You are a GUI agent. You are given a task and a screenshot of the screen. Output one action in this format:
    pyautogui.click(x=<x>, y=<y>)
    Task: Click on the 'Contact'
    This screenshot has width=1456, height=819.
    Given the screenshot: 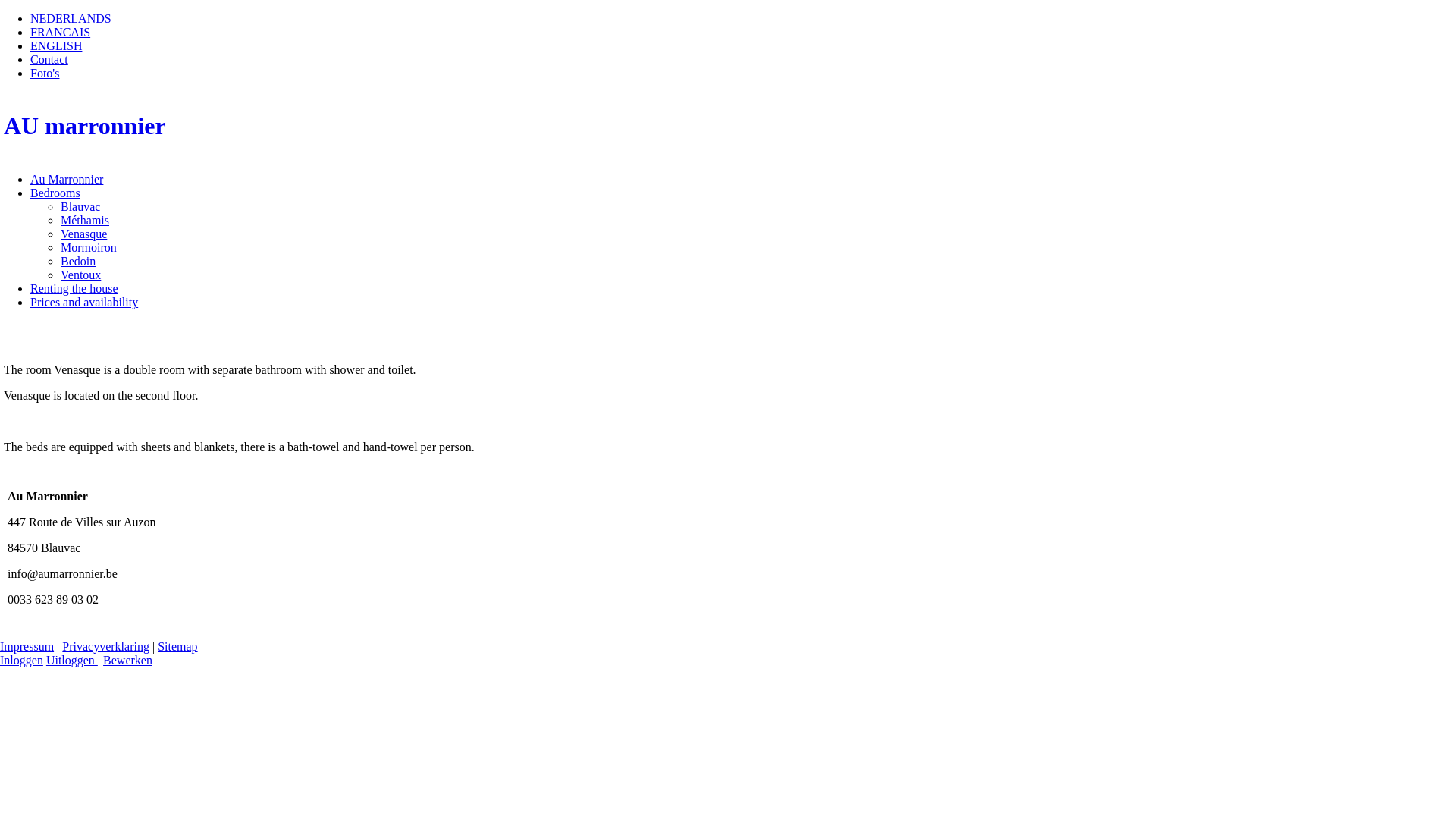 What is the action you would take?
    pyautogui.click(x=49, y=58)
    